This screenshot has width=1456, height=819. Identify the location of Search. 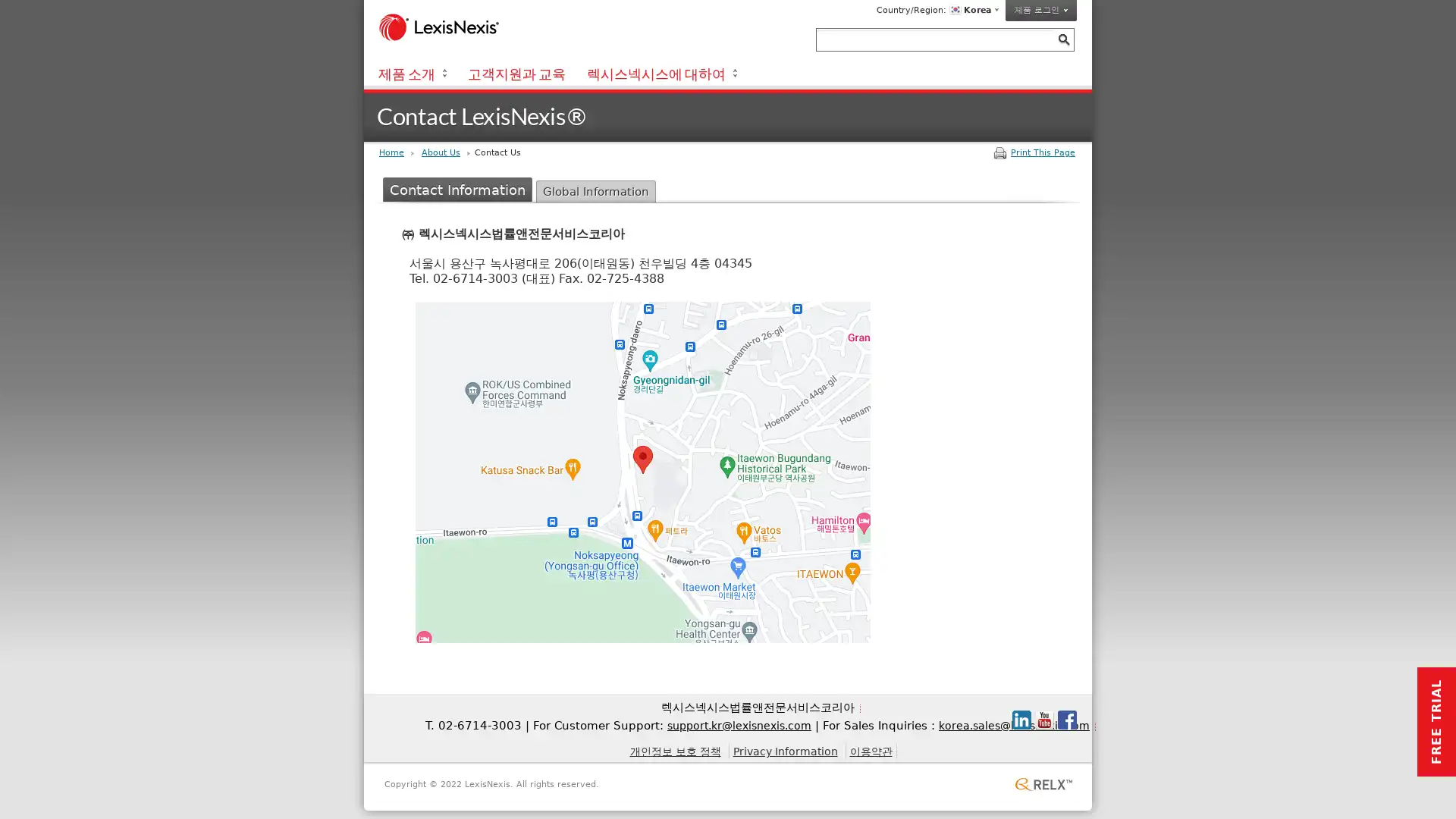
(1062, 39).